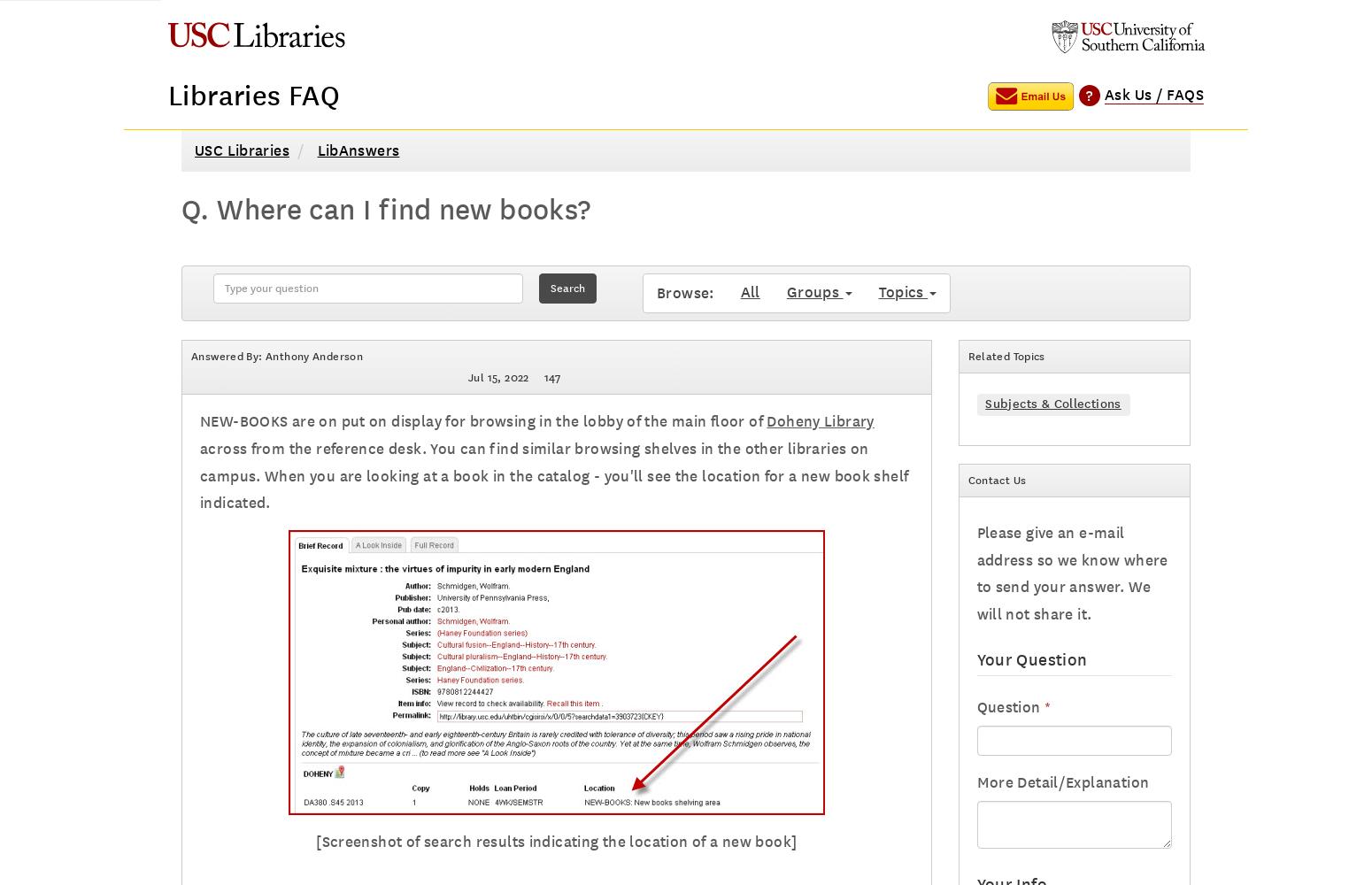  Describe the element at coordinates (19, 13) in the screenshot. I see `'Home'` at that location.